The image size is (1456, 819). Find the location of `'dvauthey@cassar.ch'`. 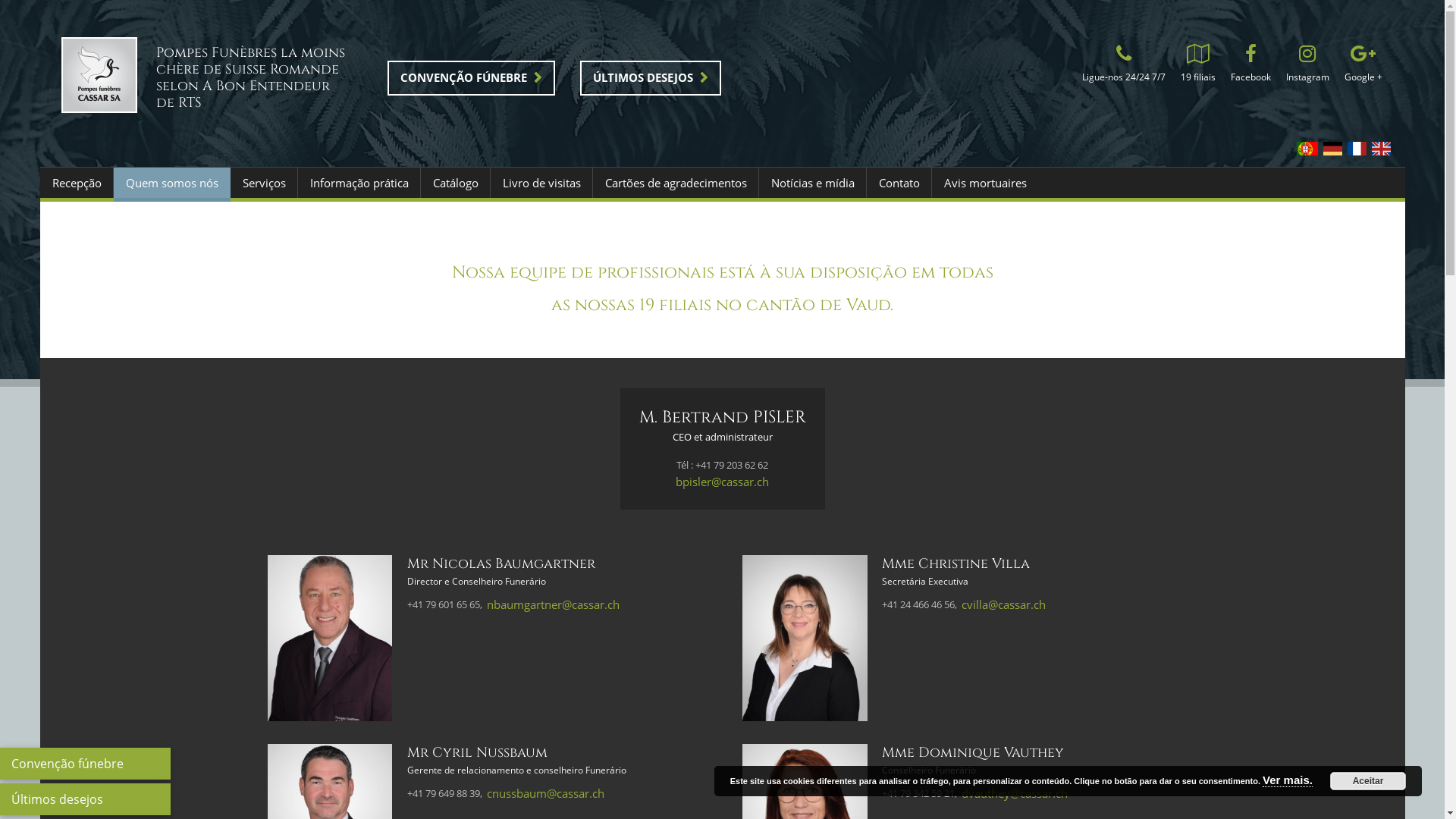

'dvauthey@cassar.ch' is located at coordinates (1015, 792).